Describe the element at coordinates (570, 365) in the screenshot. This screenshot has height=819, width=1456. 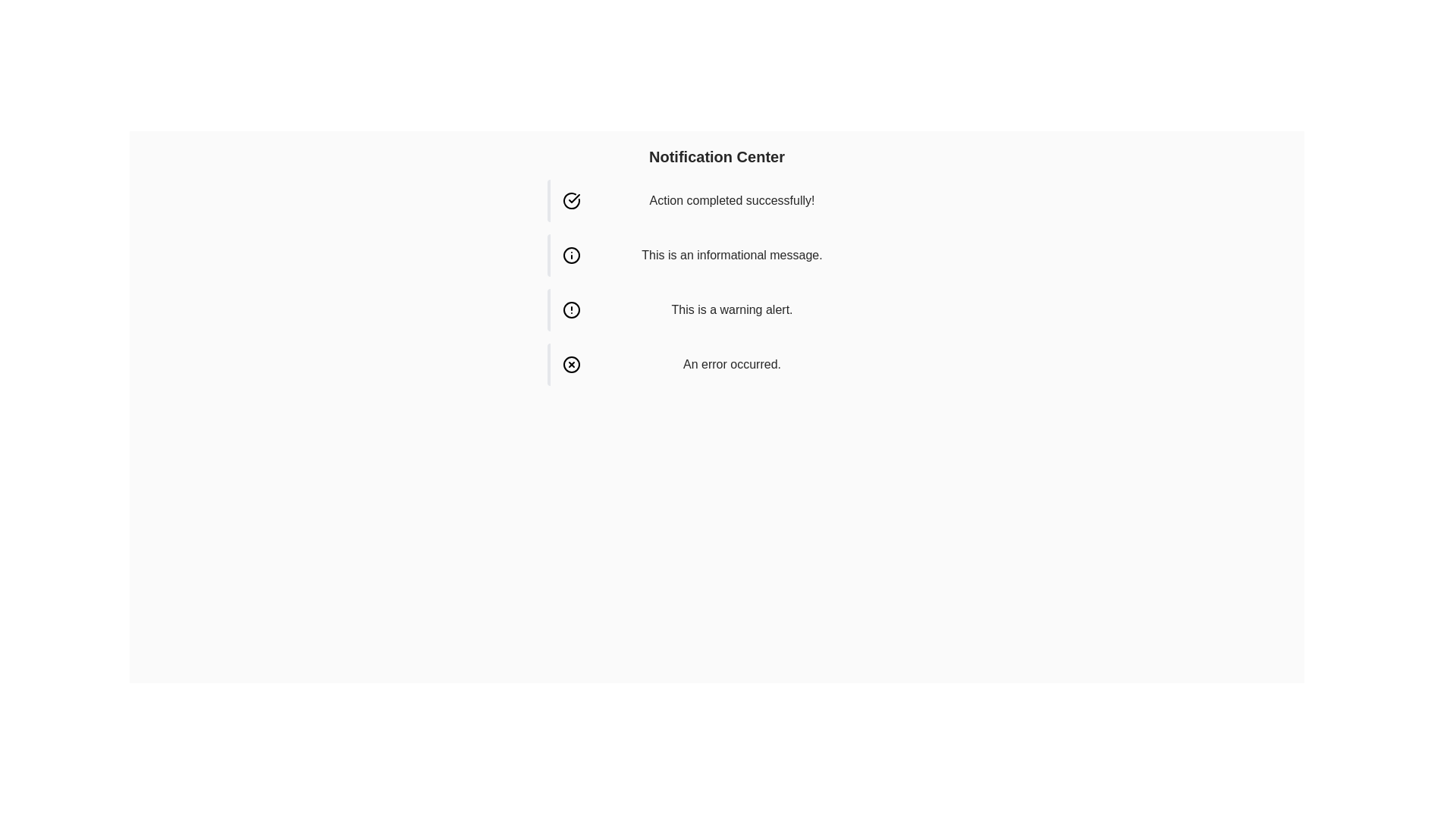
I see `the outermost circle of the error icon in the notification center that signifies issues, specifically aligned with the notification stating 'An error occurred.'` at that location.